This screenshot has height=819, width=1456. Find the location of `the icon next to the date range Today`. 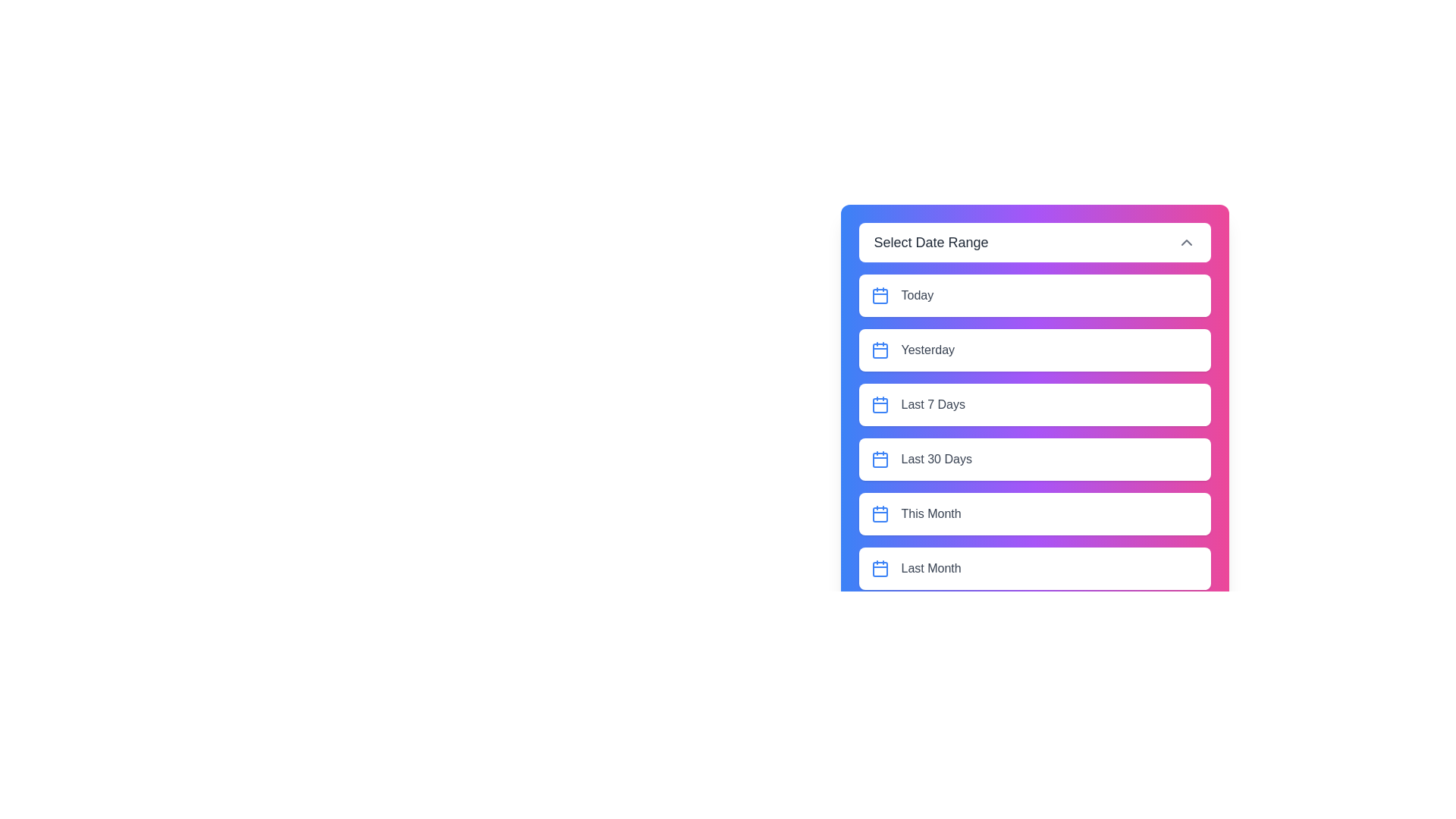

the icon next to the date range Today is located at coordinates (880, 295).